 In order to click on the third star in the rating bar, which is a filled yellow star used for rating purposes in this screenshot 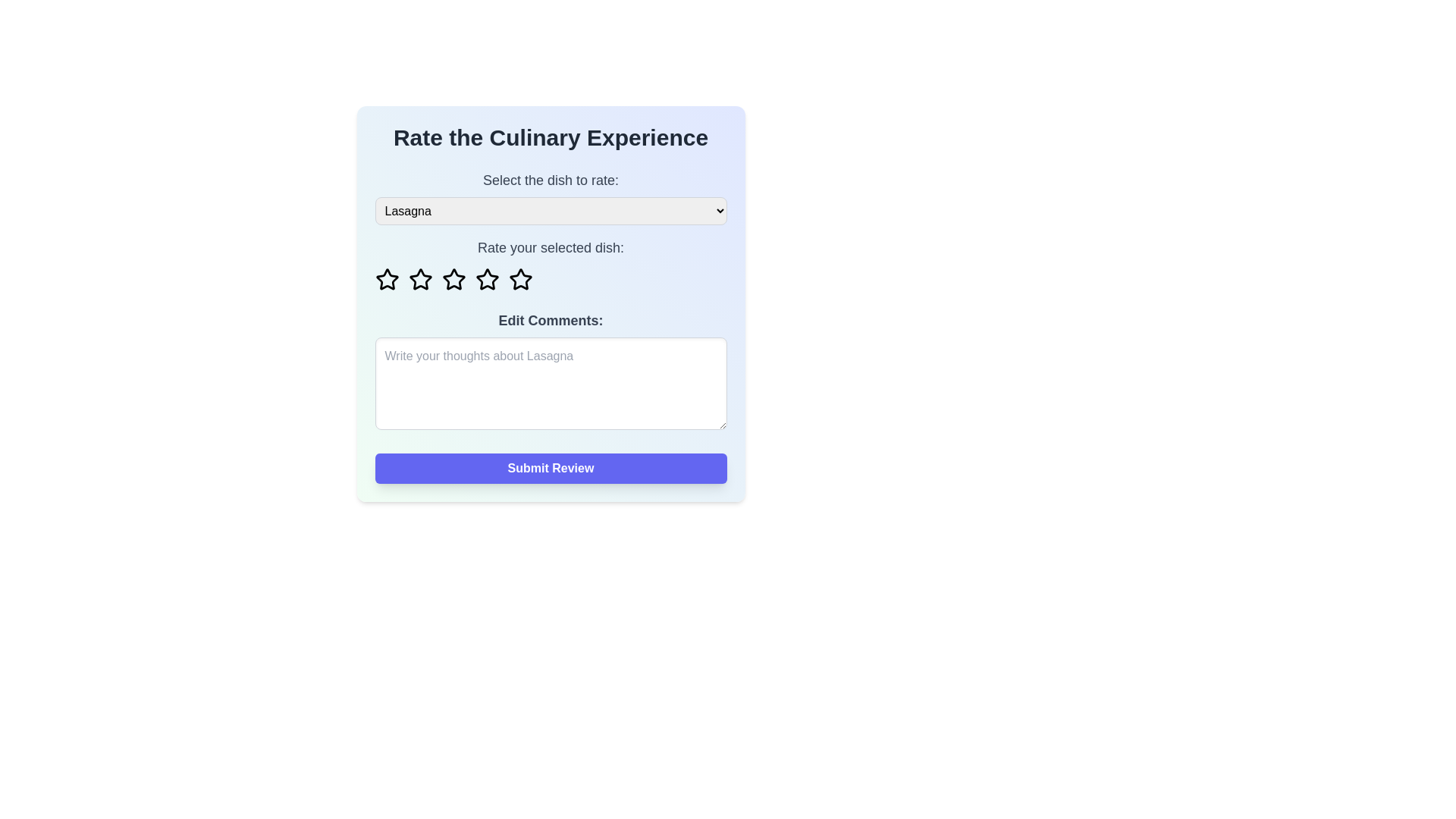, I will do `click(453, 279)`.